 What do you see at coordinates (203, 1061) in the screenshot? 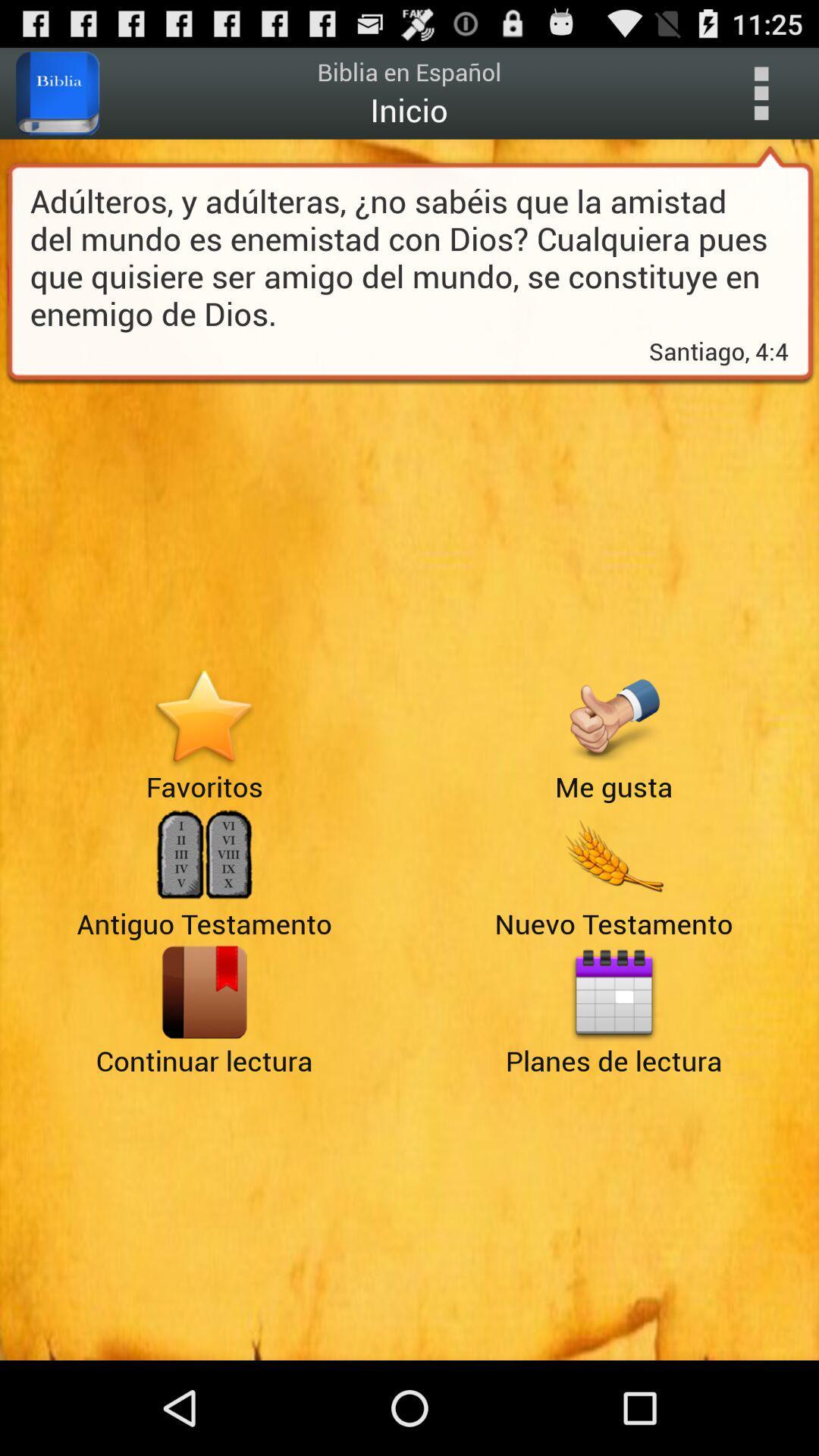
I see `the book icon` at bounding box center [203, 1061].